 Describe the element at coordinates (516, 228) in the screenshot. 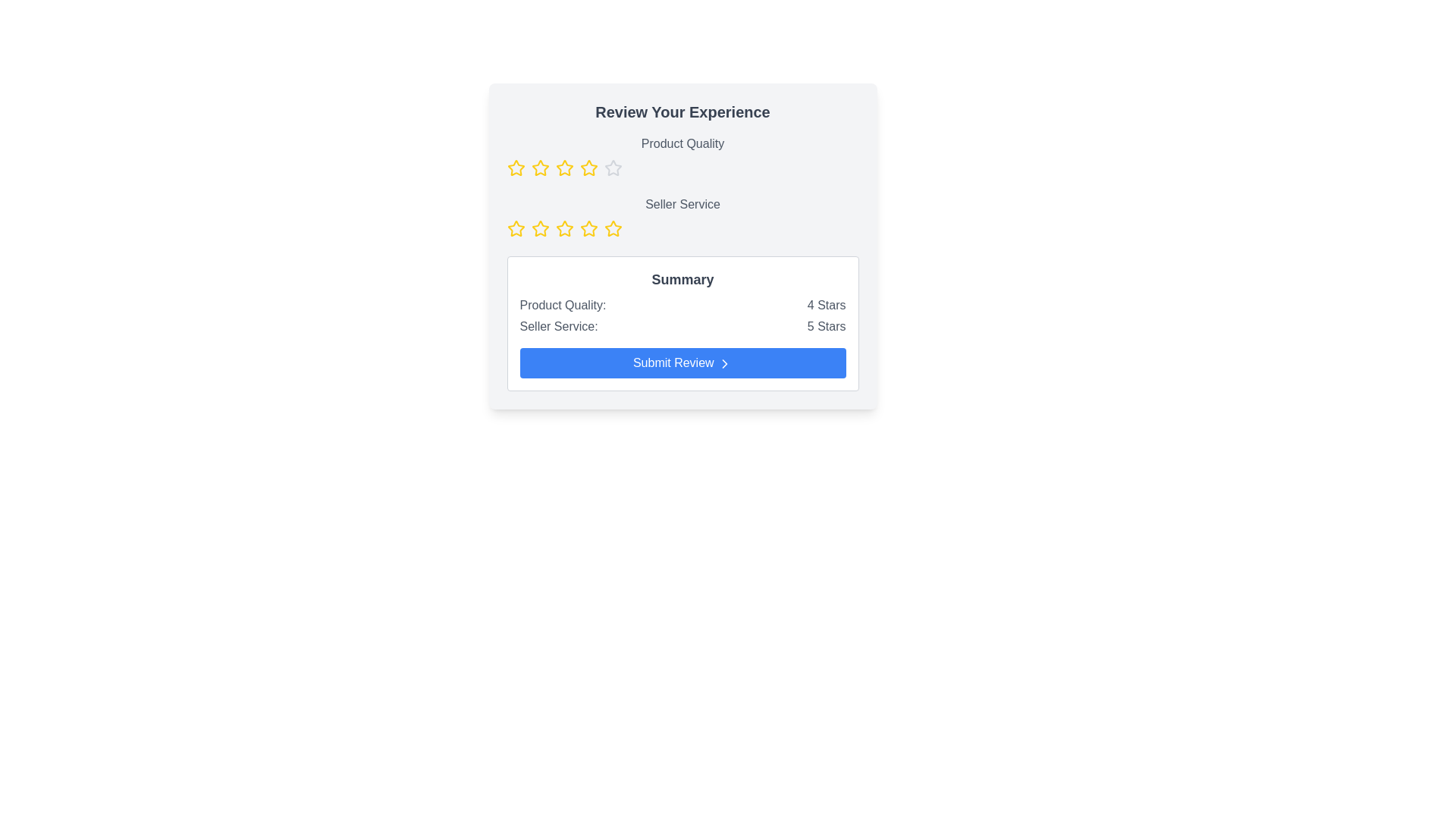

I see `the first rating star in the 'Seller Service' section` at that location.